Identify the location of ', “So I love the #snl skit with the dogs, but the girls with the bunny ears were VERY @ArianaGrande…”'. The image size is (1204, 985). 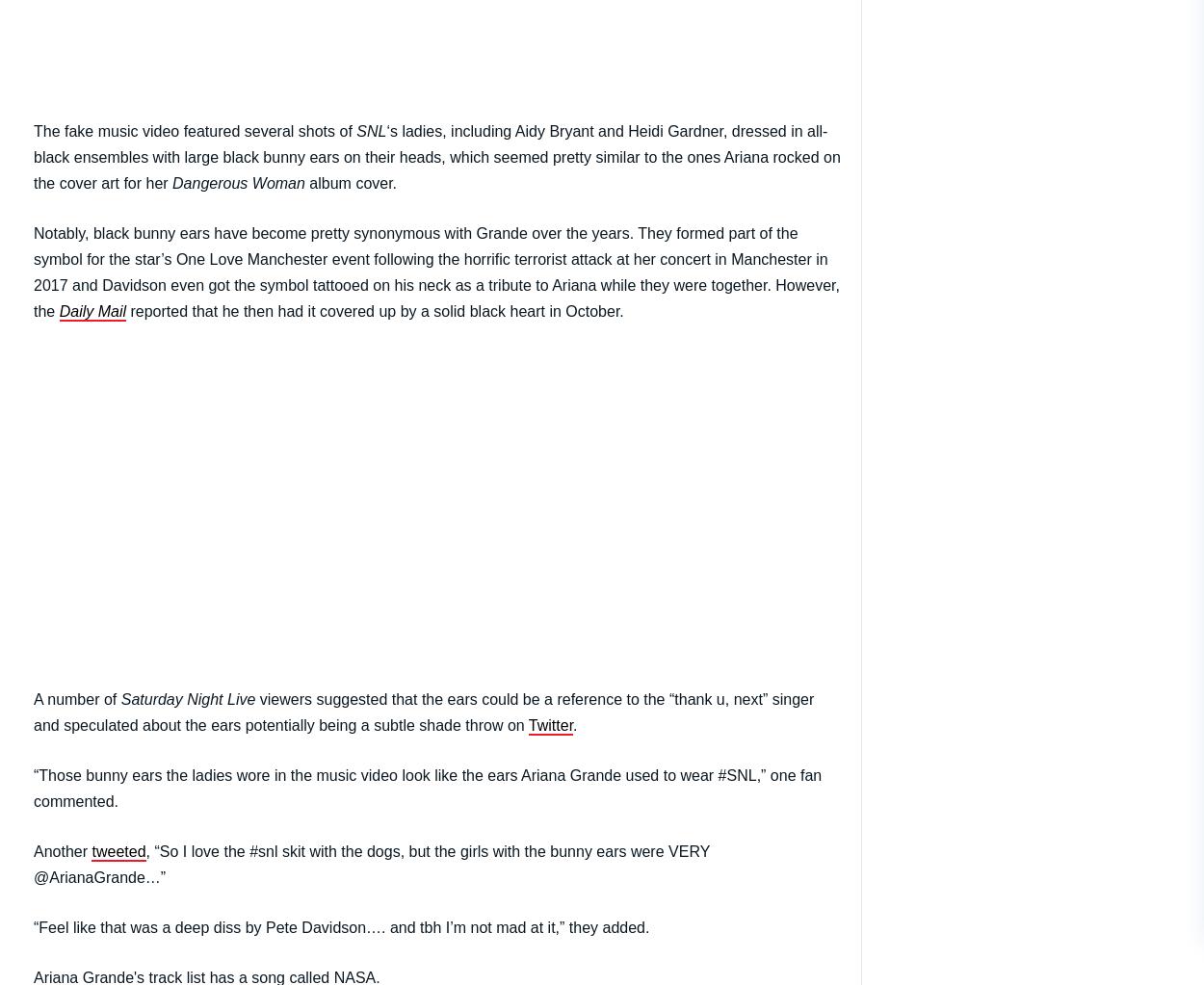
(34, 863).